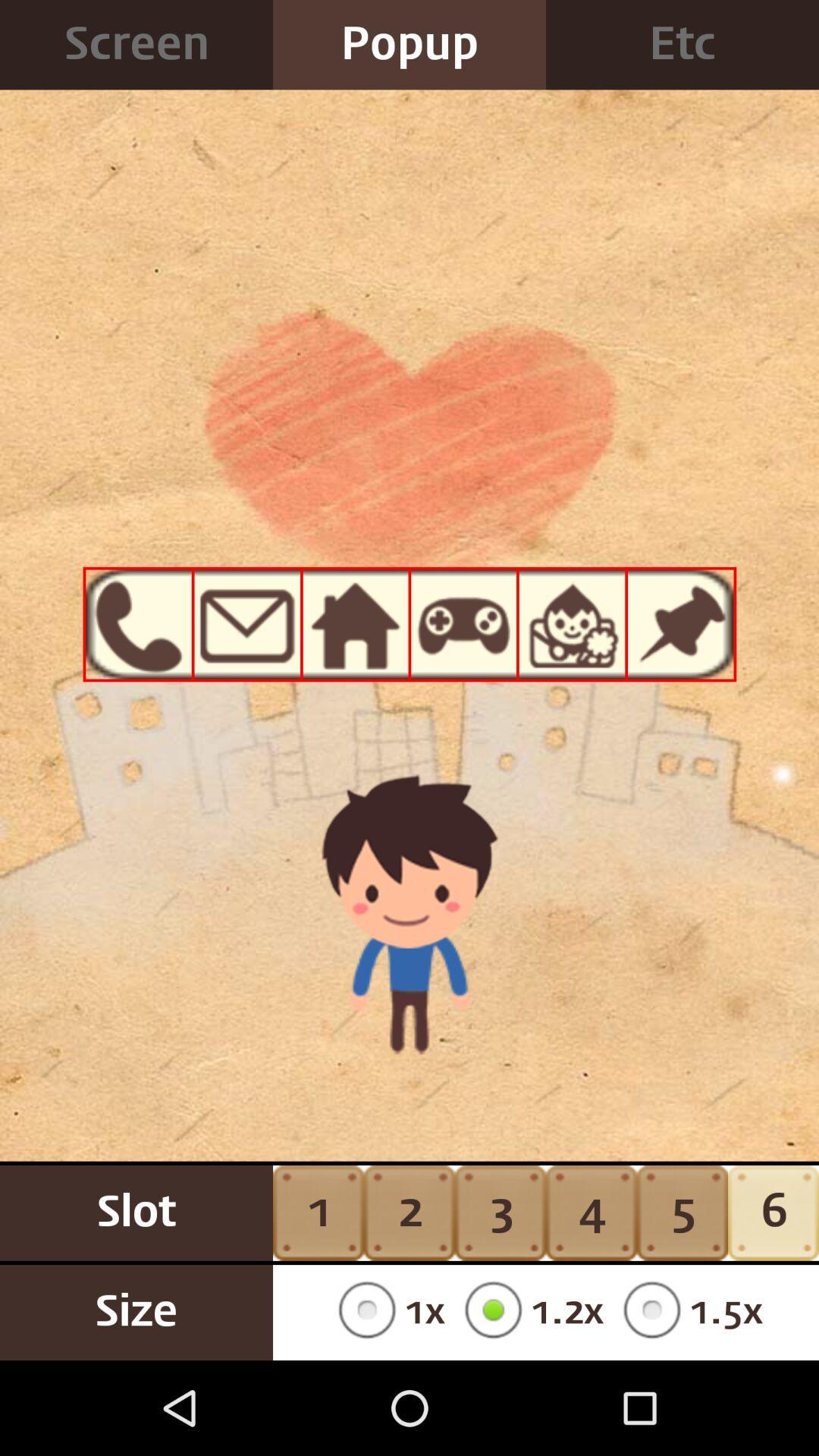 The width and height of the screenshot is (819, 1456). What do you see at coordinates (385, 1312) in the screenshot?
I see `icon next to the slot item` at bounding box center [385, 1312].